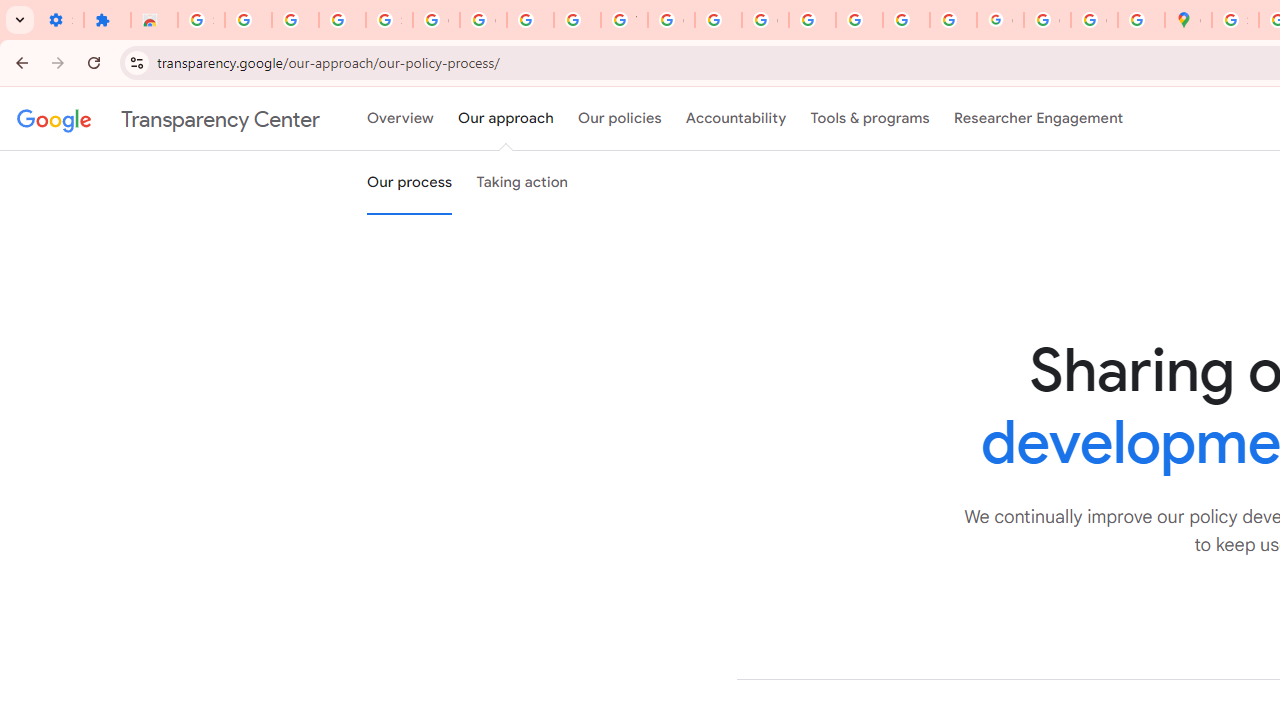 This screenshot has width=1280, height=720. What do you see at coordinates (623, 20) in the screenshot?
I see `'YouTube'` at bounding box center [623, 20].